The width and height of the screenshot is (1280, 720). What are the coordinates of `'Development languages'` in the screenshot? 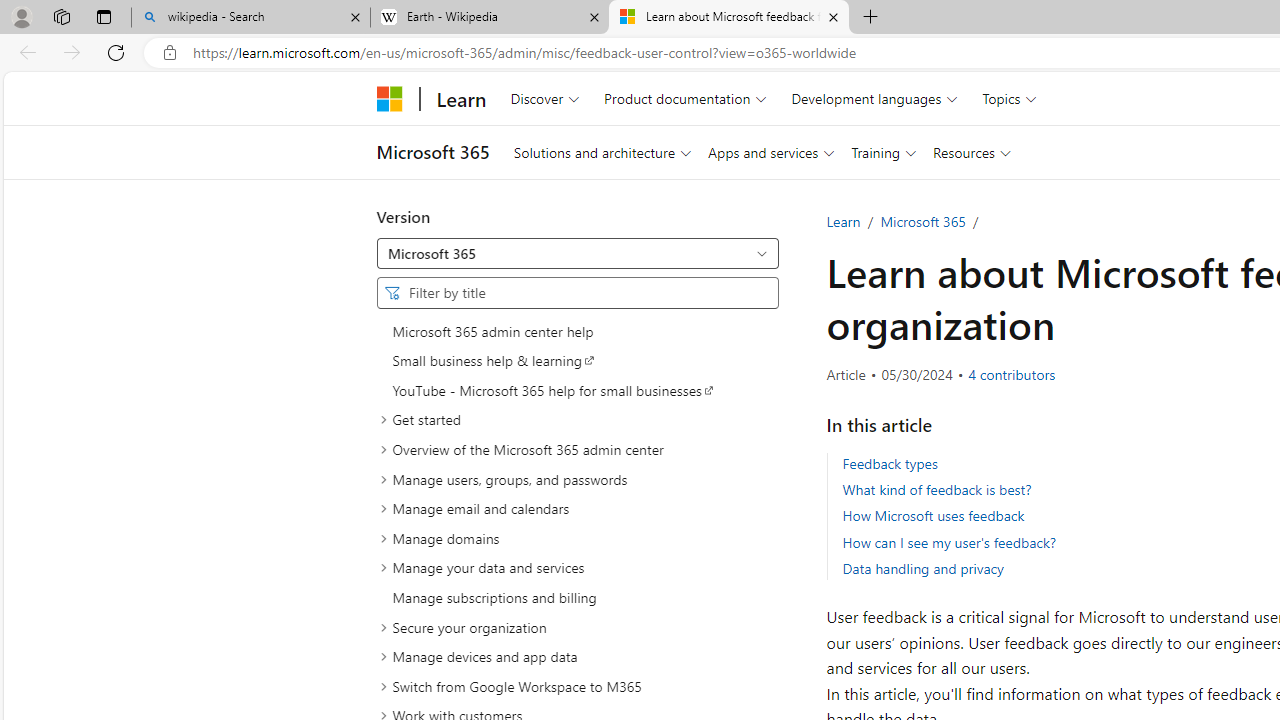 It's located at (874, 98).